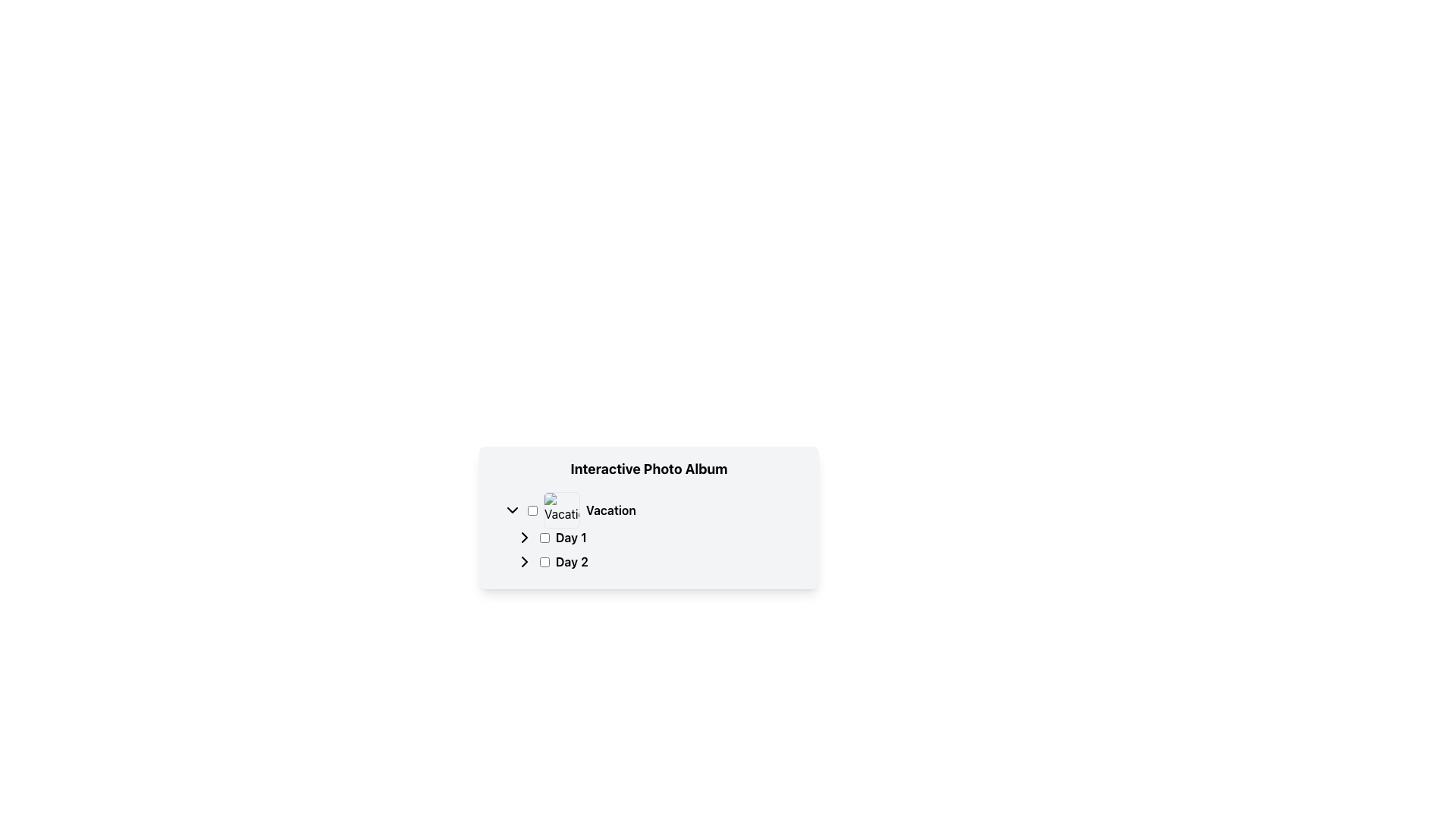 This screenshot has height=819, width=1456. What do you see at coordinates (544, 537) in the screenshot?
I see `the checkbox located to the left of the label 'Day 1'` at bounding box center [544, 537].